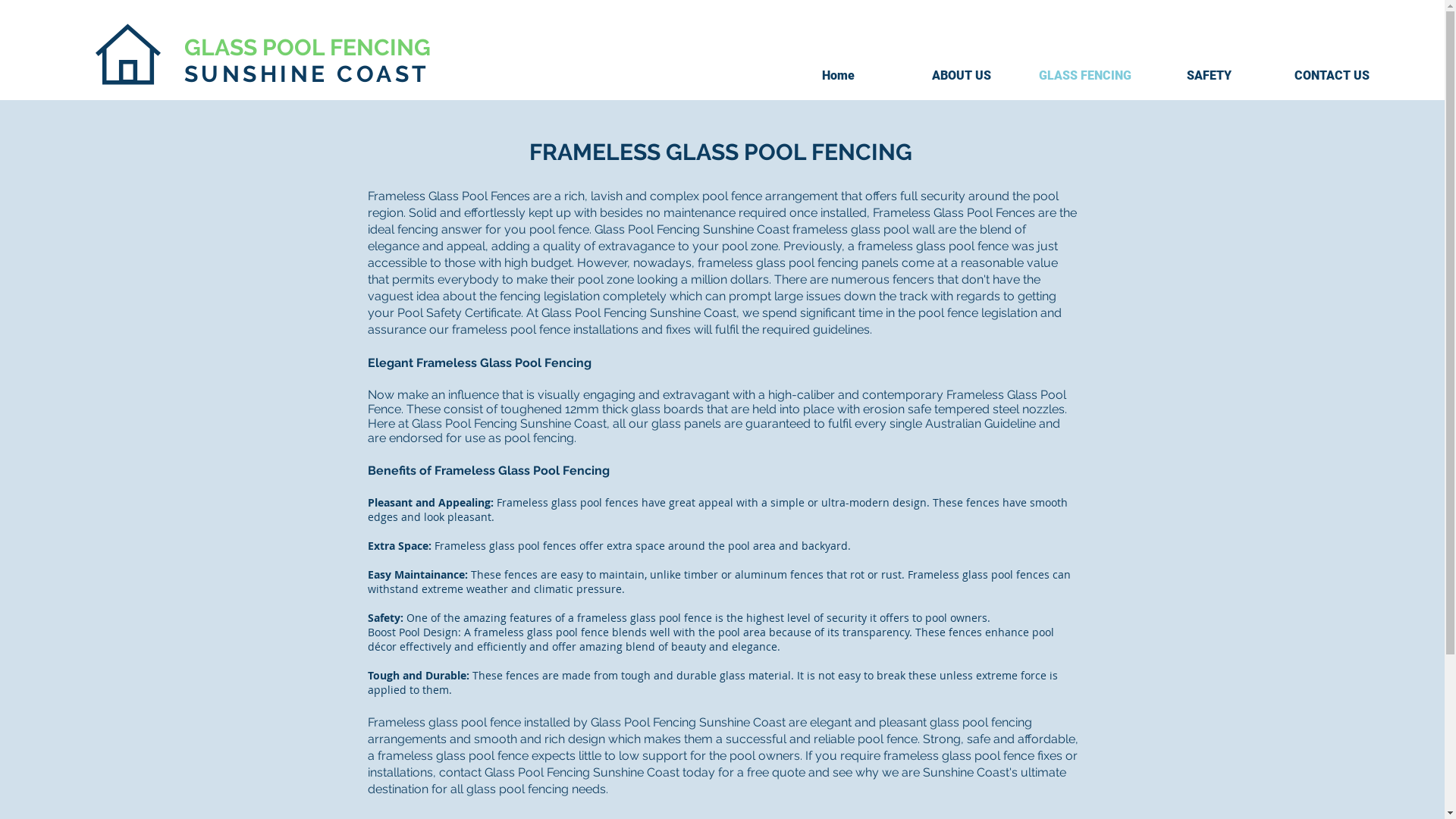 This screenshot has width=1456, height=819. I want to click on 'SUNSHINE COAST', so click(182, 74).